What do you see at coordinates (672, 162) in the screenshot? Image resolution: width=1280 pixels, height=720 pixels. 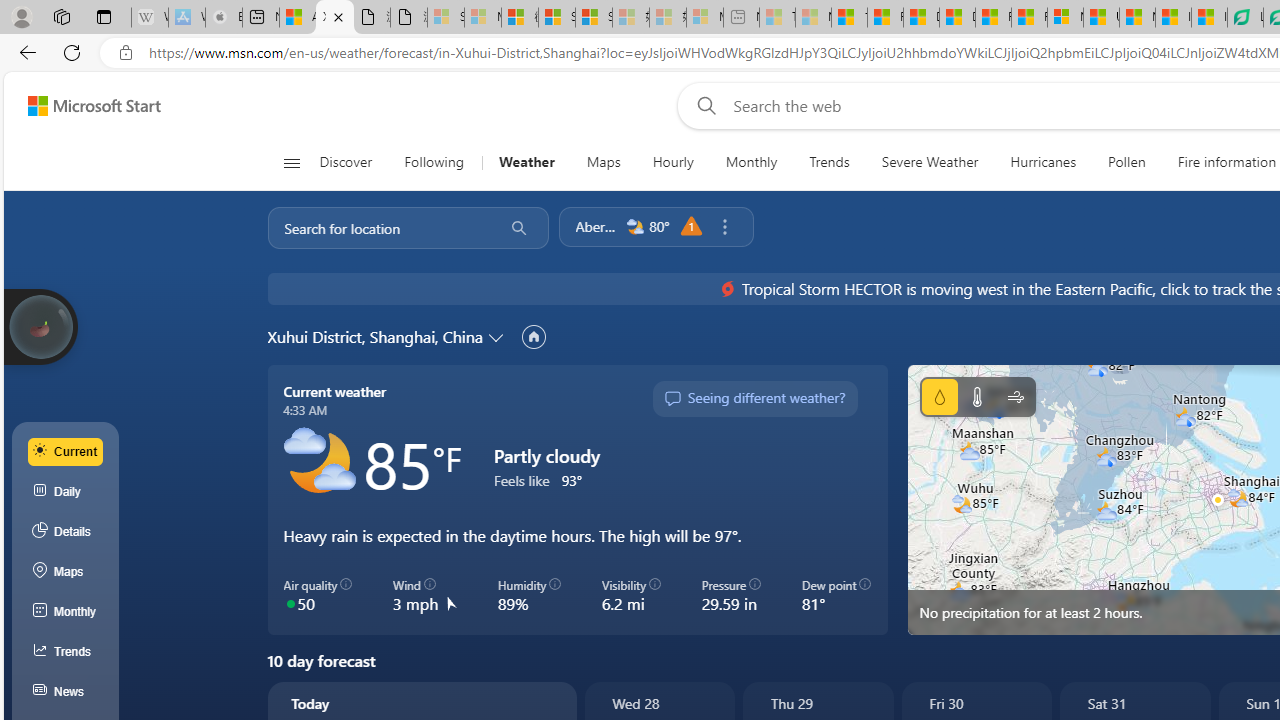 I see `'Hourly'` at bounding box center [672, 162].